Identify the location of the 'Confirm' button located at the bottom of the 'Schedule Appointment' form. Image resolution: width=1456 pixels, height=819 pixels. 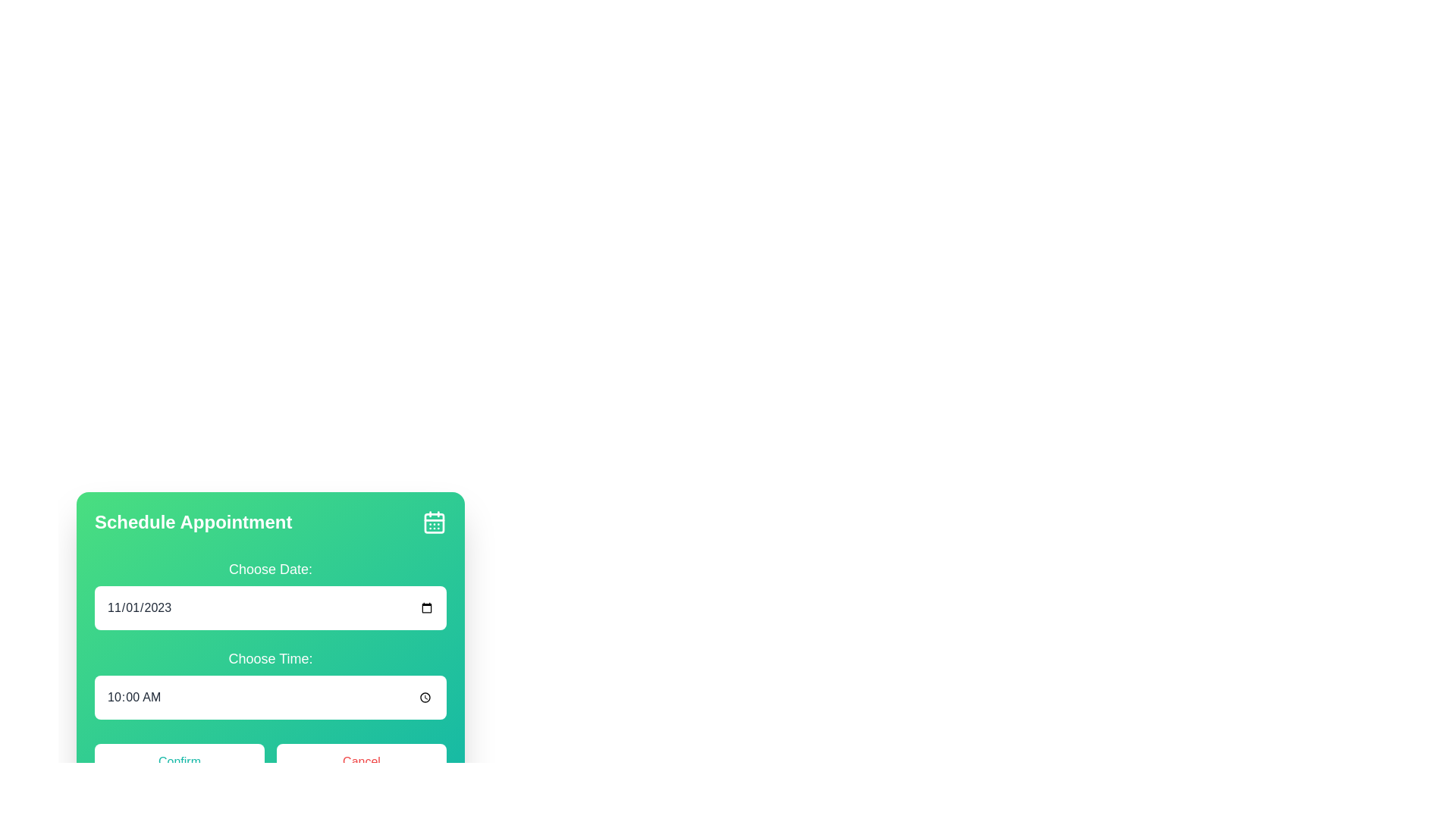
(179, 762).